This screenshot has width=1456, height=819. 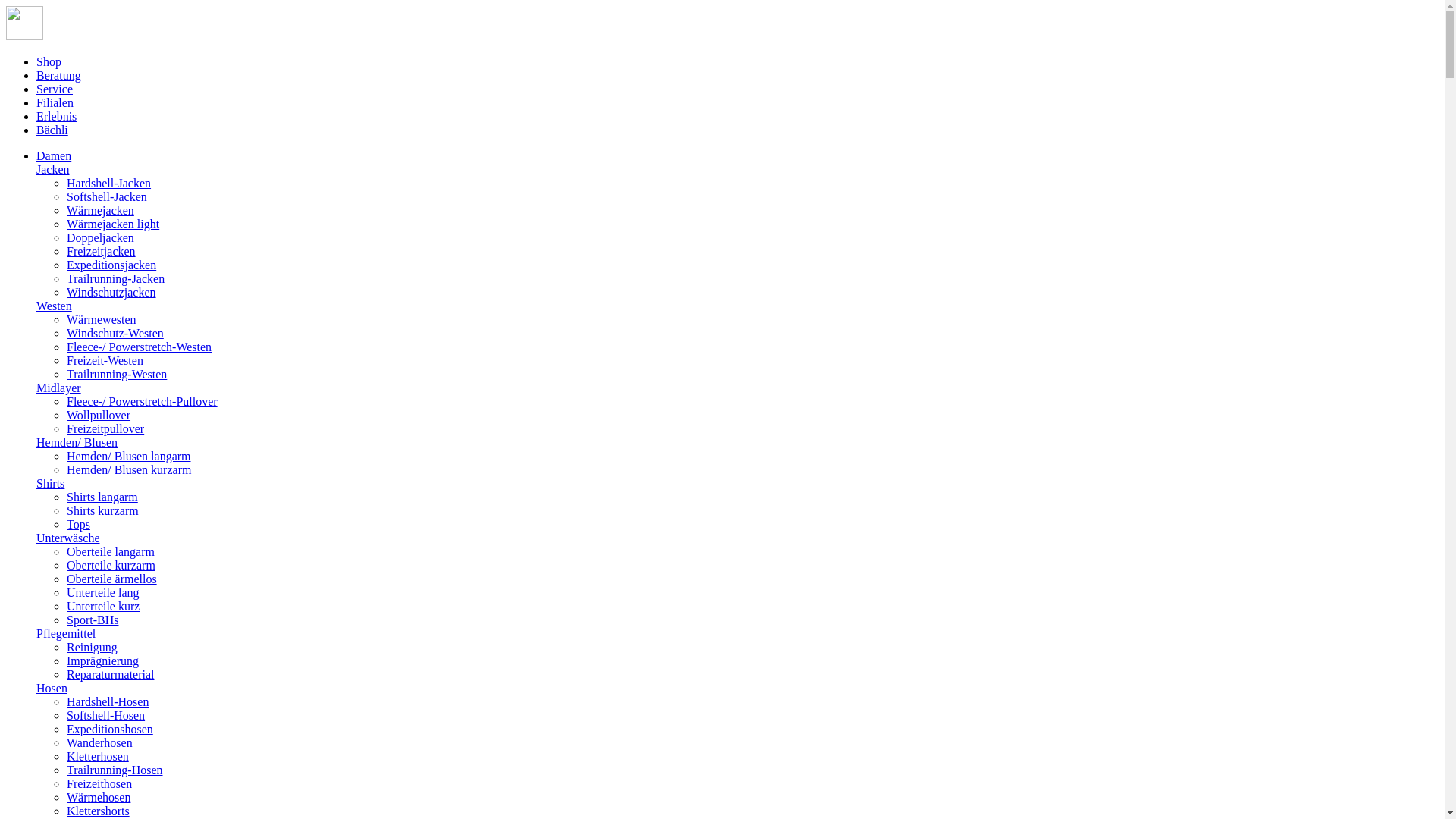 What do you see at coordinates (128, 455) in the screenshot?
I see `'Hemden/ Blusen langarm'` at bounding box center [128, 455].